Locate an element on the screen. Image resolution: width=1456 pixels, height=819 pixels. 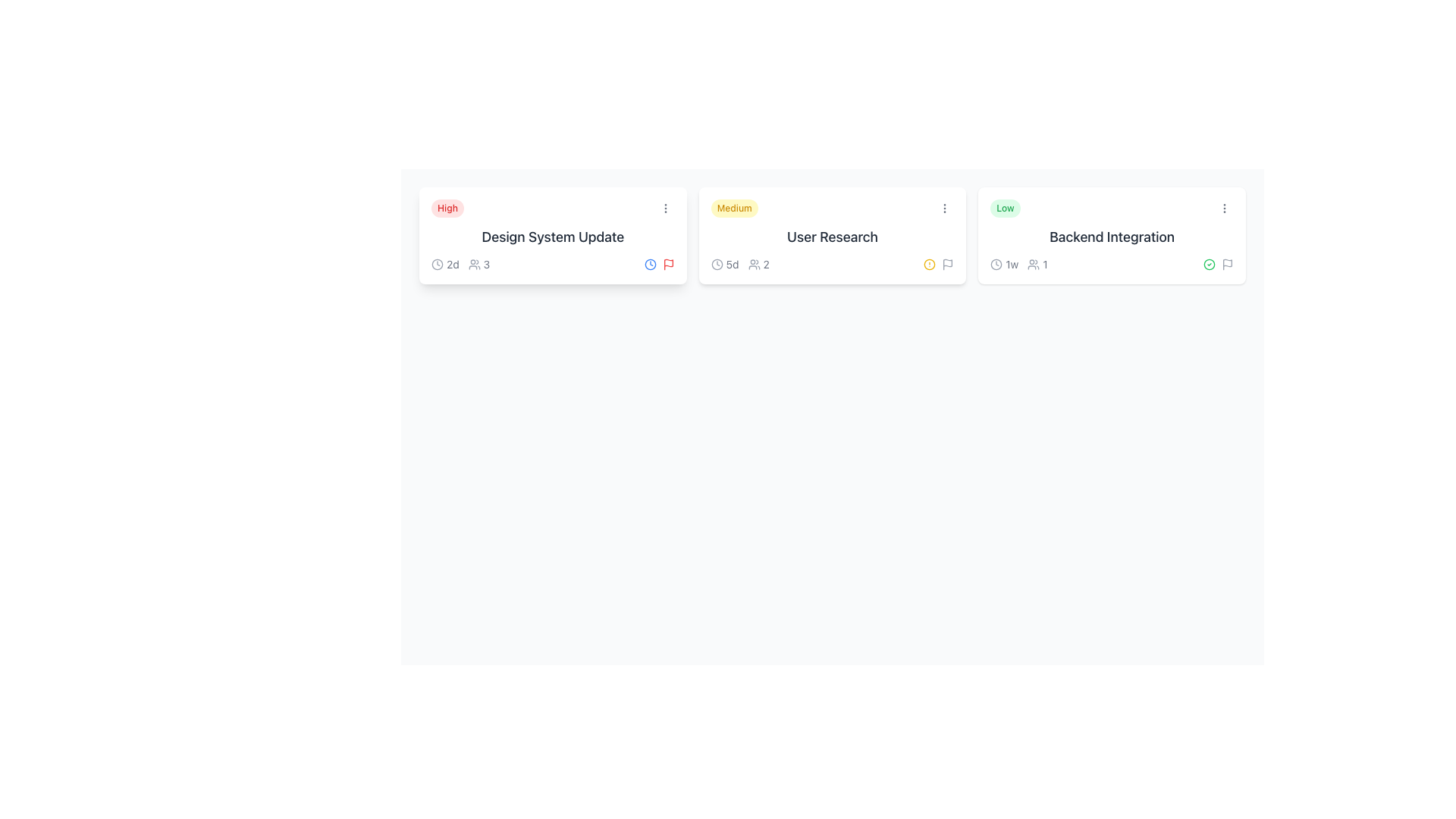
yellow circular outline SVG icon located in the 'User Research' card under the 'Medium' priority label is located at coordinates (929, 263).